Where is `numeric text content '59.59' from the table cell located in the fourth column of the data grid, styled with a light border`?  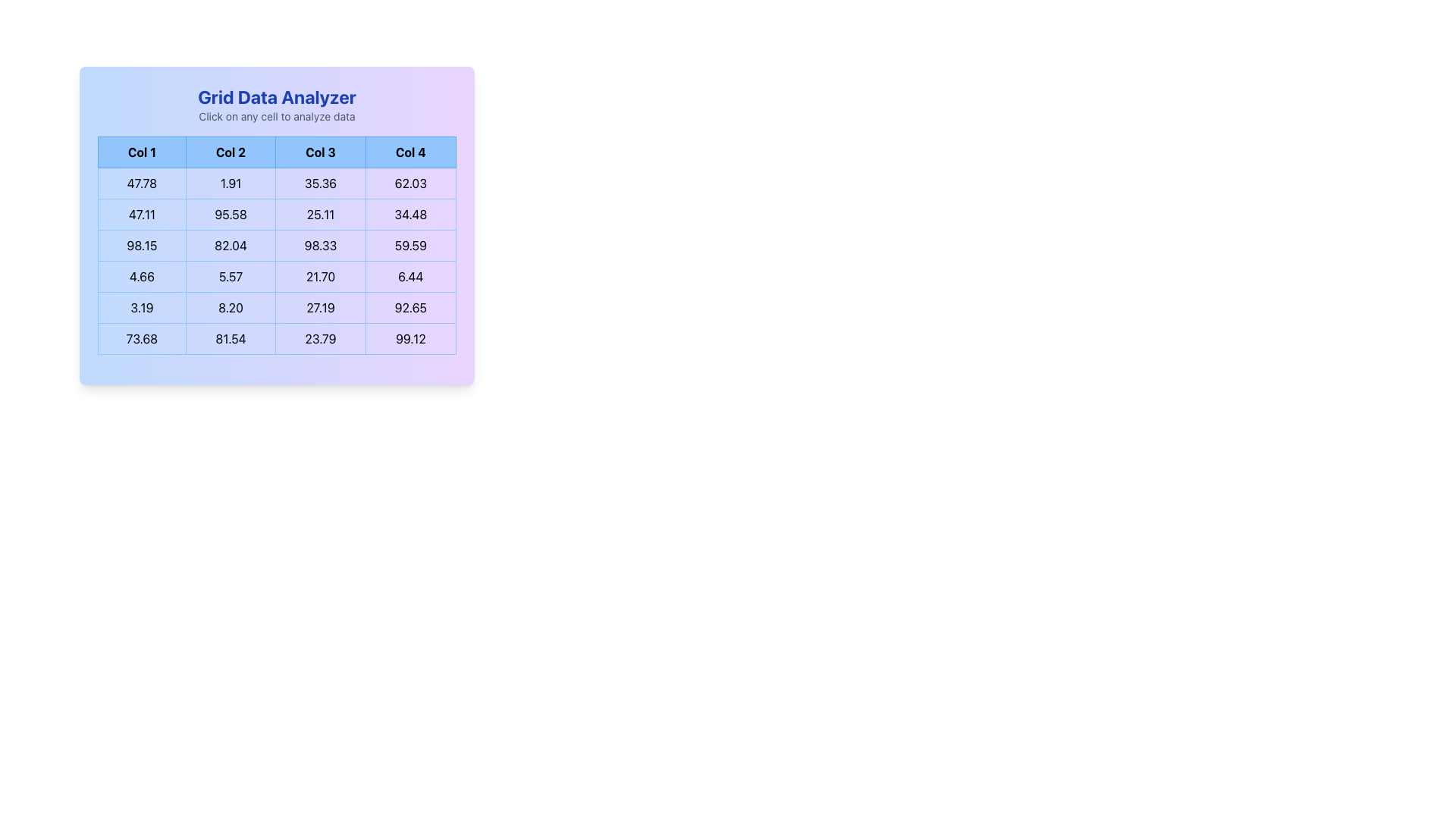 numeric text content '59.59' from the table cell located in the fourth column of the data grid, styled with a light border is located at coordinates (410, 245).